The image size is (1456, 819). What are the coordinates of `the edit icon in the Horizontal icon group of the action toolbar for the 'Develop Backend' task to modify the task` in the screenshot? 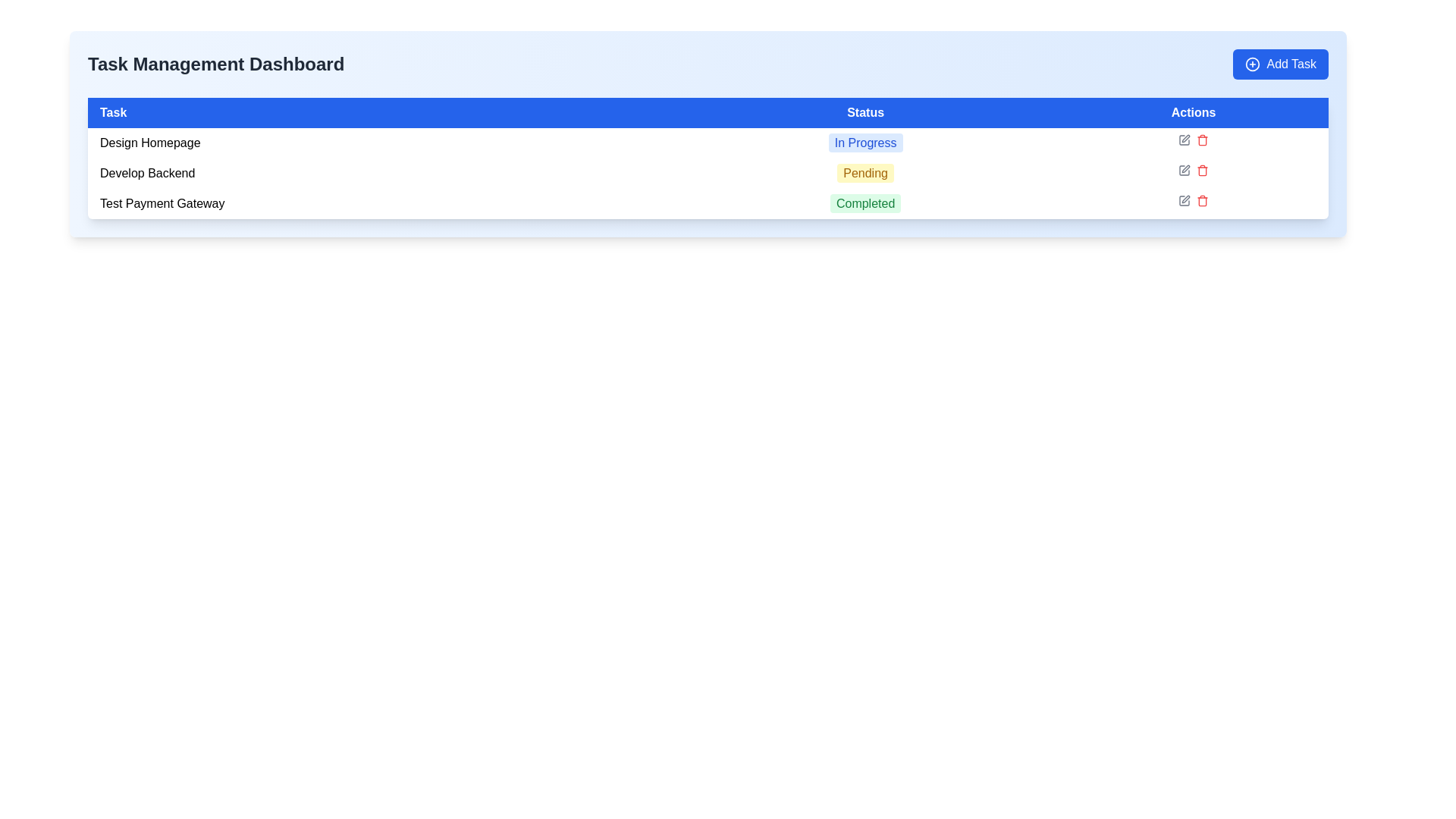 It's located at (1193, 170).